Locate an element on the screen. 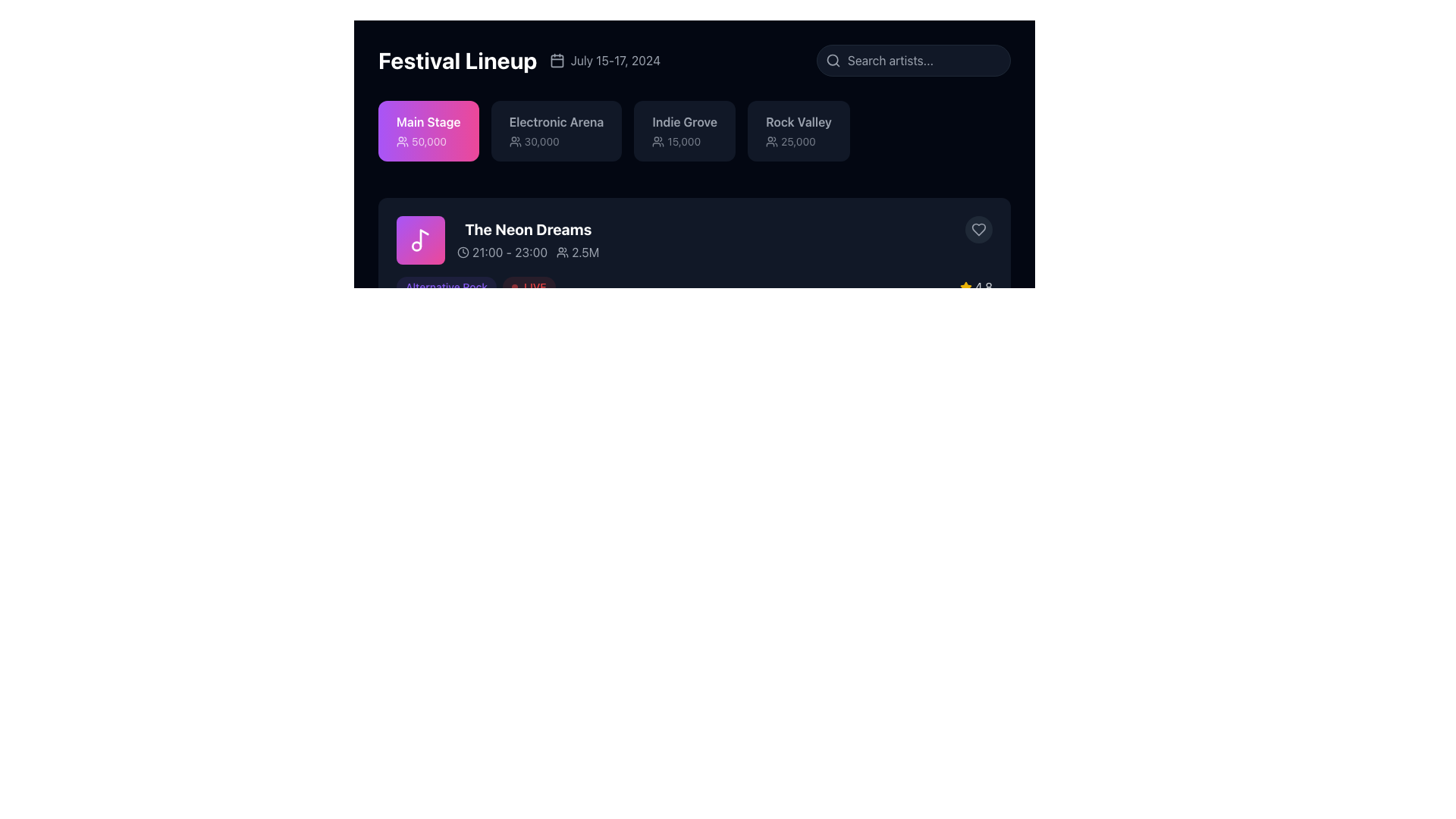  the Text Label element displaying the title 'The Neon Dreams' styled in bold white font against a dark background is located at coordinates (528, 230).